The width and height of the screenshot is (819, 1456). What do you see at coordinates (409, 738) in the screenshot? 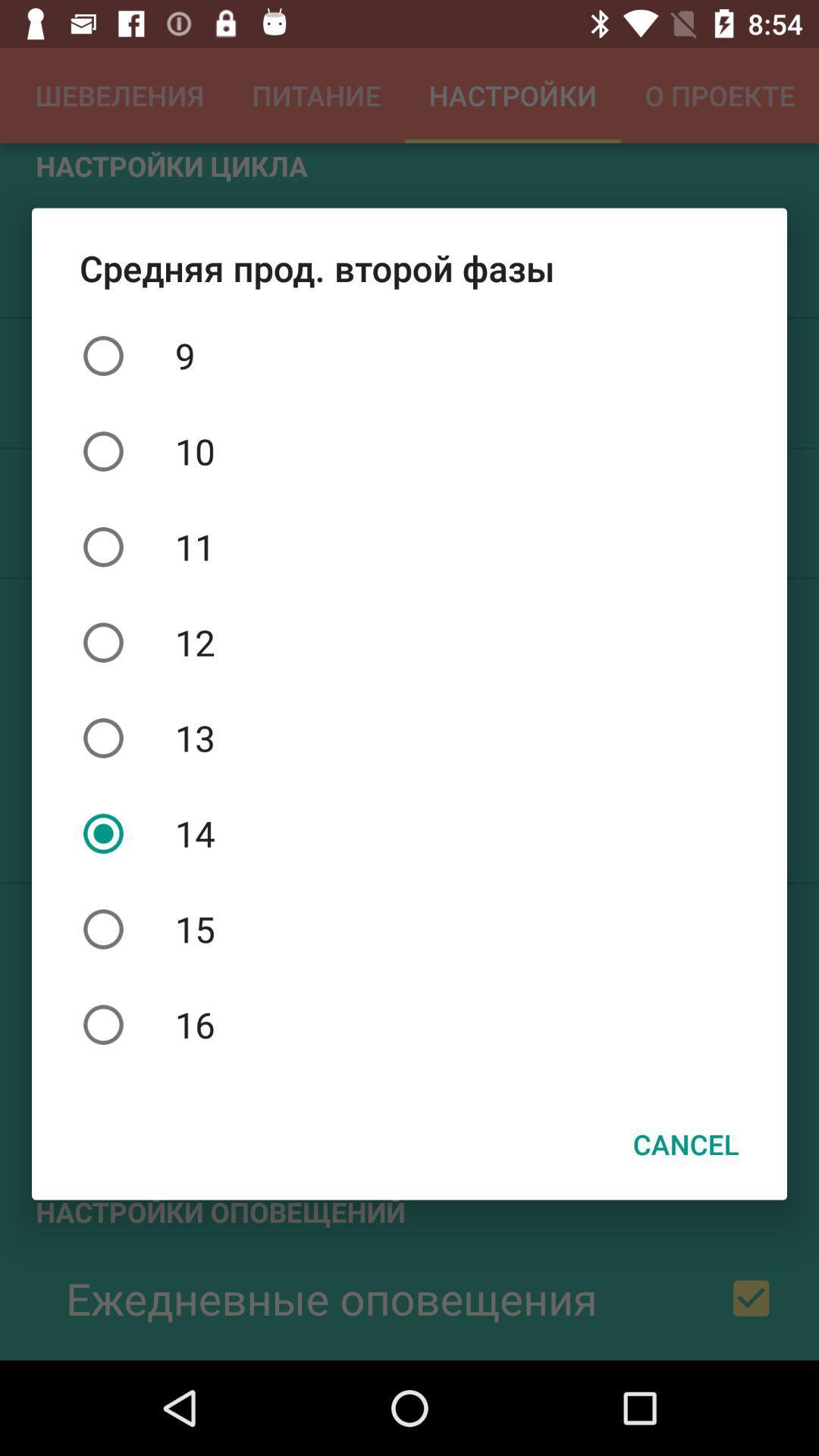
I see `icon above 14 icon` at bounding box center [409, 738].